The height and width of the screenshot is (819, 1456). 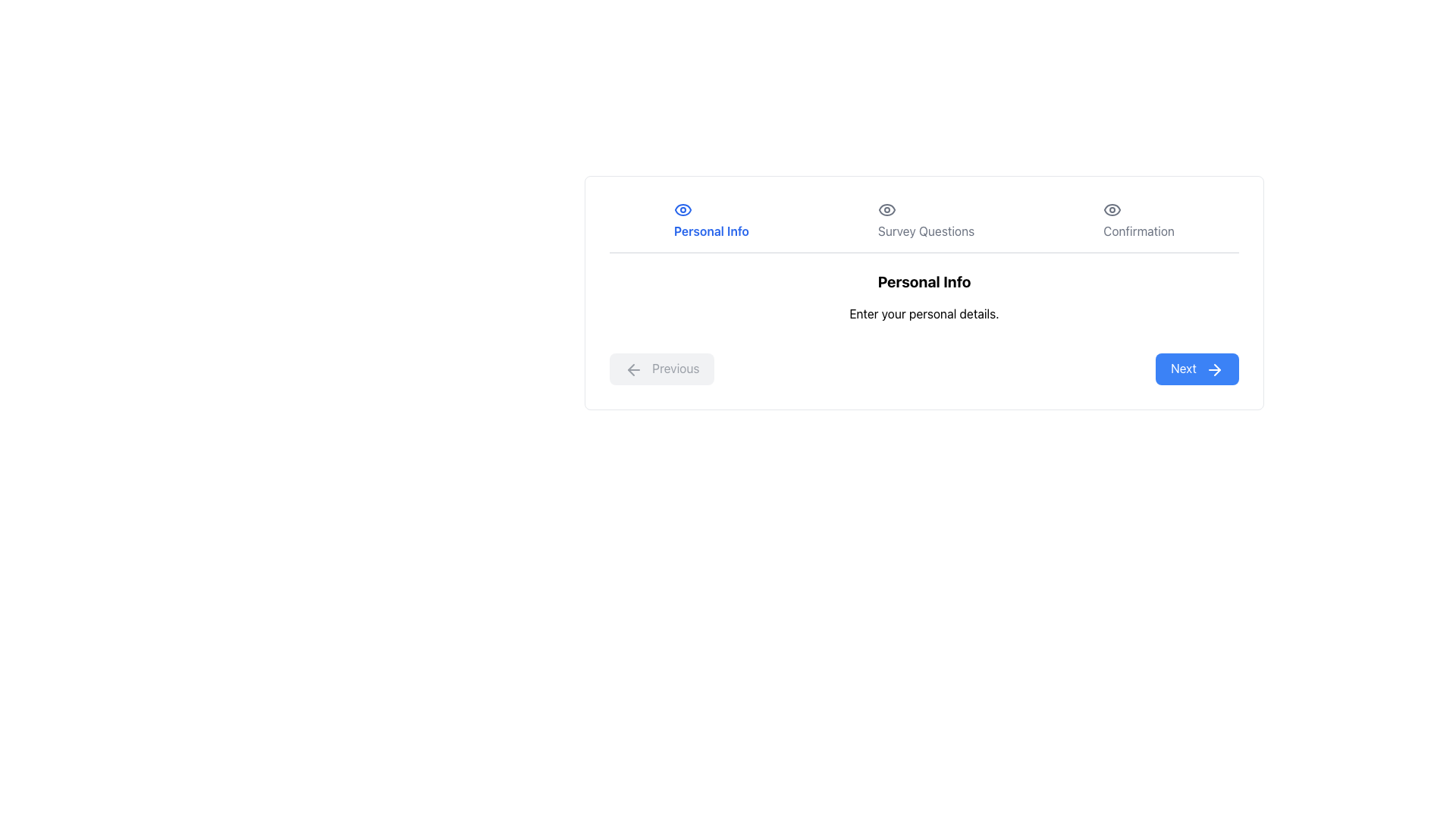 I want to click on the content of the 'Survey Questions' text label, which is the second item in the navigation menu, positioned between 'Personal Info' and 'Confirmation', so click(x=925, y=220).